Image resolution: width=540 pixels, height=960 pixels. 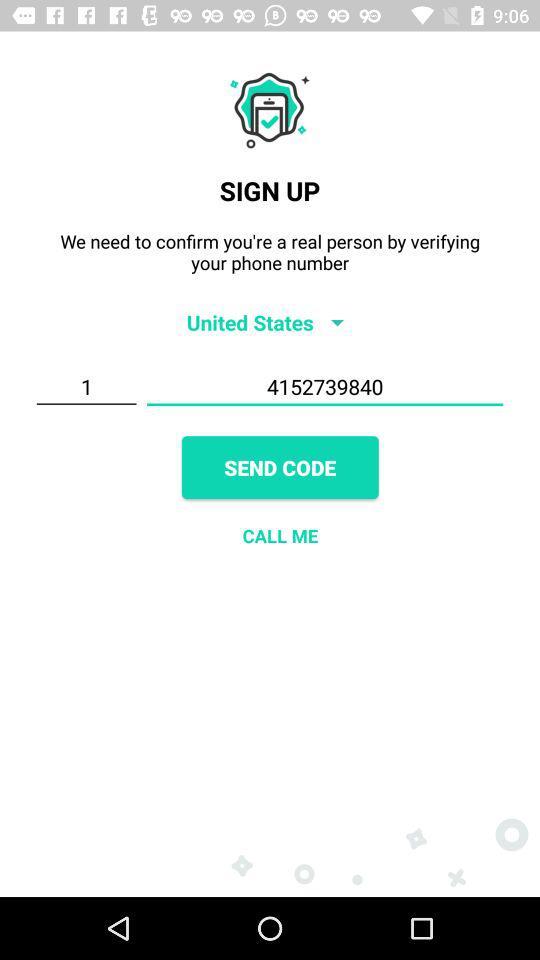 What do you see at coordinates (279, 467) in the screenshot?
I see `item below 4152739840` at bounding box center [279, 467].